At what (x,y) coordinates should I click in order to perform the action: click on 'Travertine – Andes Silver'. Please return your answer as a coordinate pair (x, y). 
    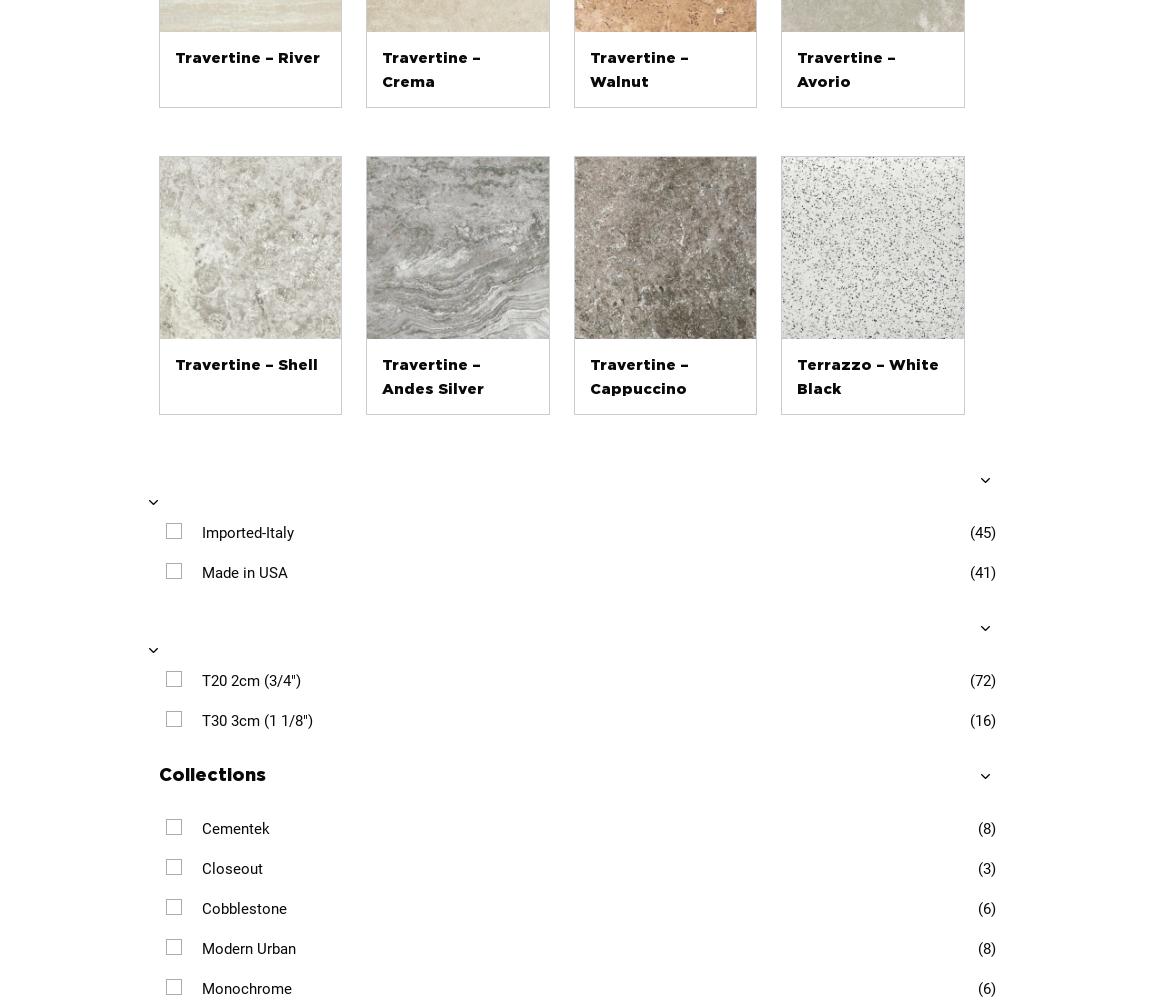
    Looking at the image, I should click on (432, 375).